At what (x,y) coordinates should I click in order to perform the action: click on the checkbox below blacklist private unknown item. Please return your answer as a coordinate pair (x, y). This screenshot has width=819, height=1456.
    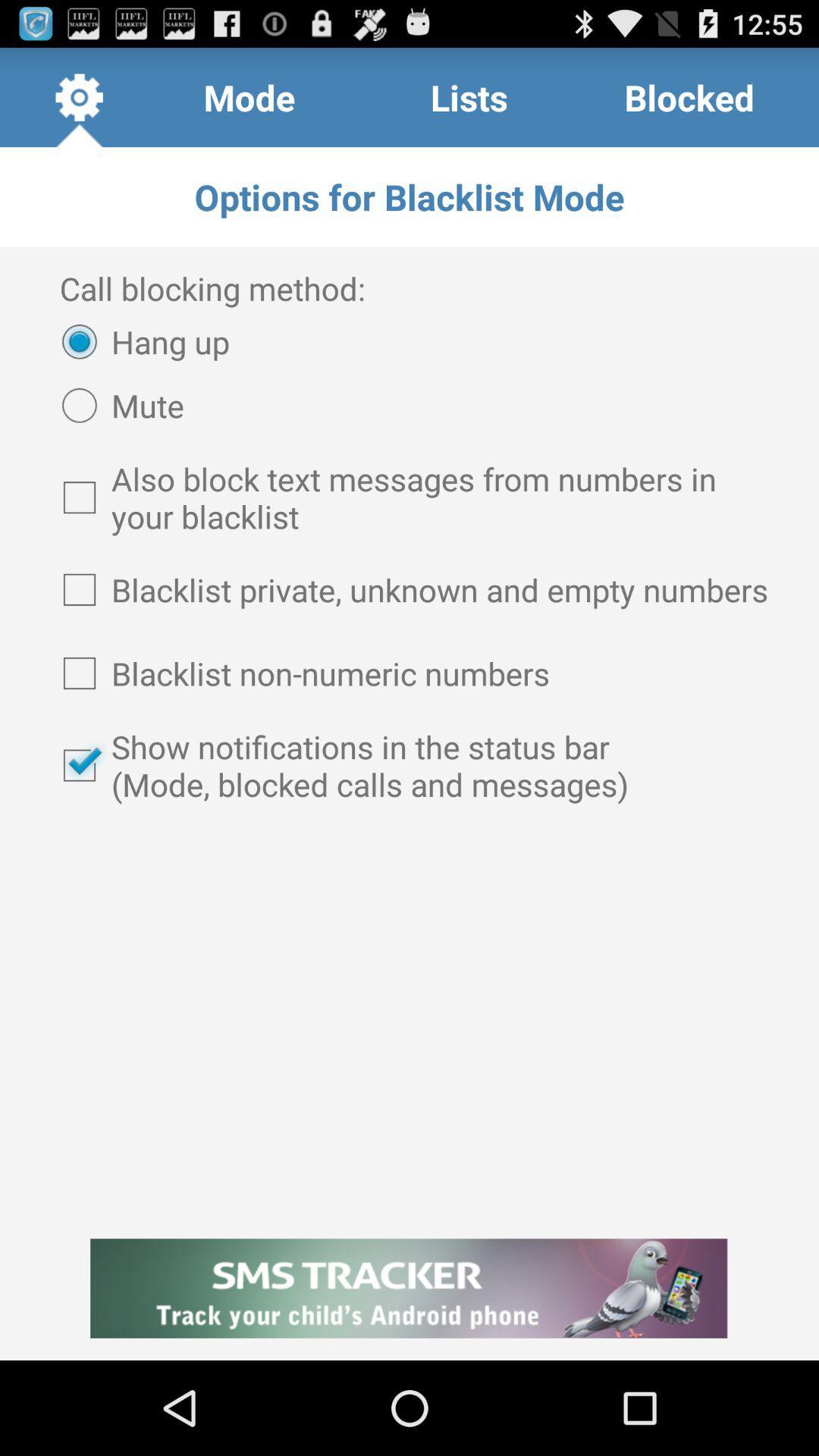
    Looking at the image, I should click on (409, 673).